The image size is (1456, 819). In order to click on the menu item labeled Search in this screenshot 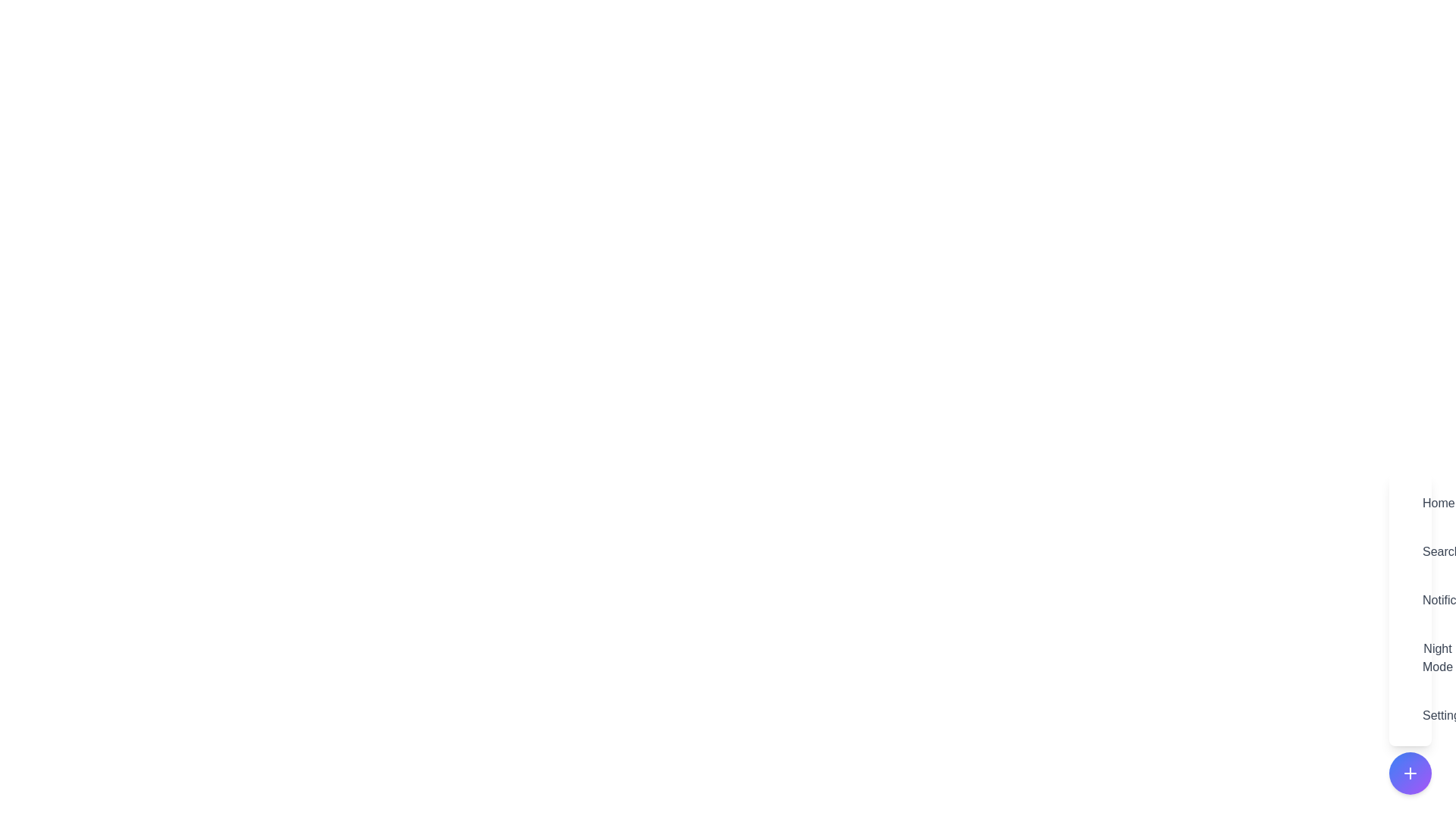, I will do `click(1410, 552)`.